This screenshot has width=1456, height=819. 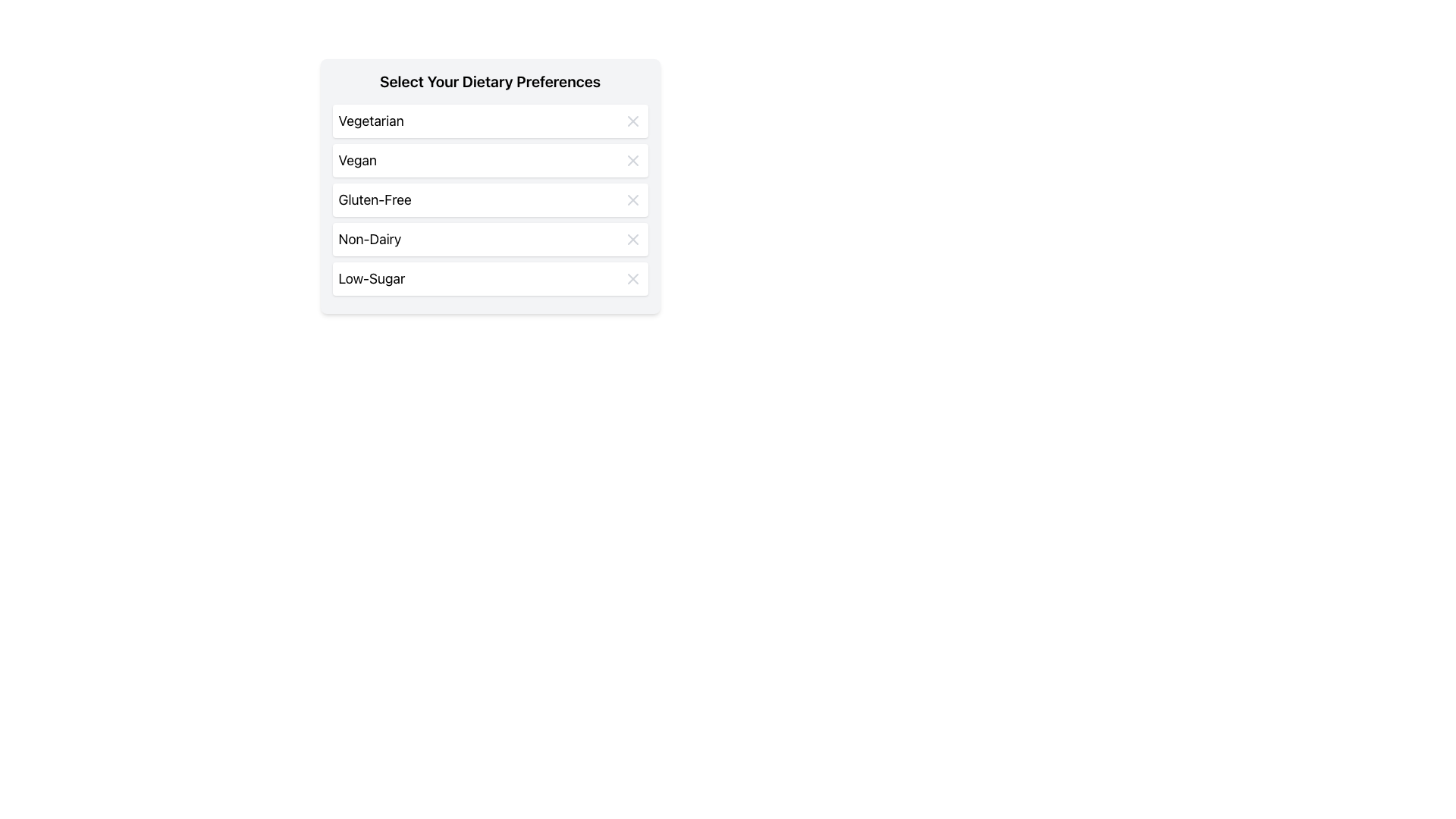 I want to click on the third item, so click(x=490, y=199).